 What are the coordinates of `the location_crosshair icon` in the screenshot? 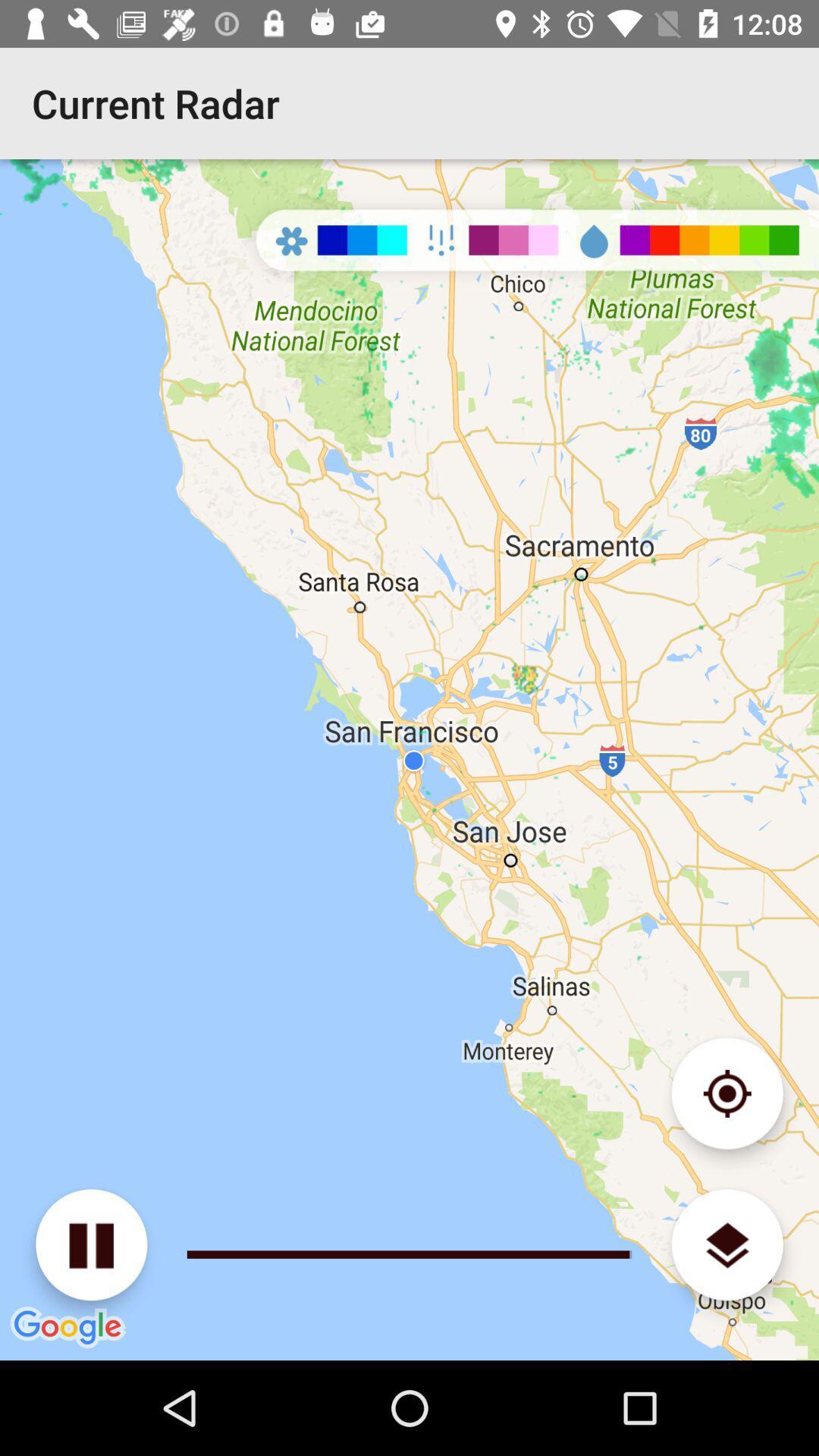 It's located at (726, 1094).